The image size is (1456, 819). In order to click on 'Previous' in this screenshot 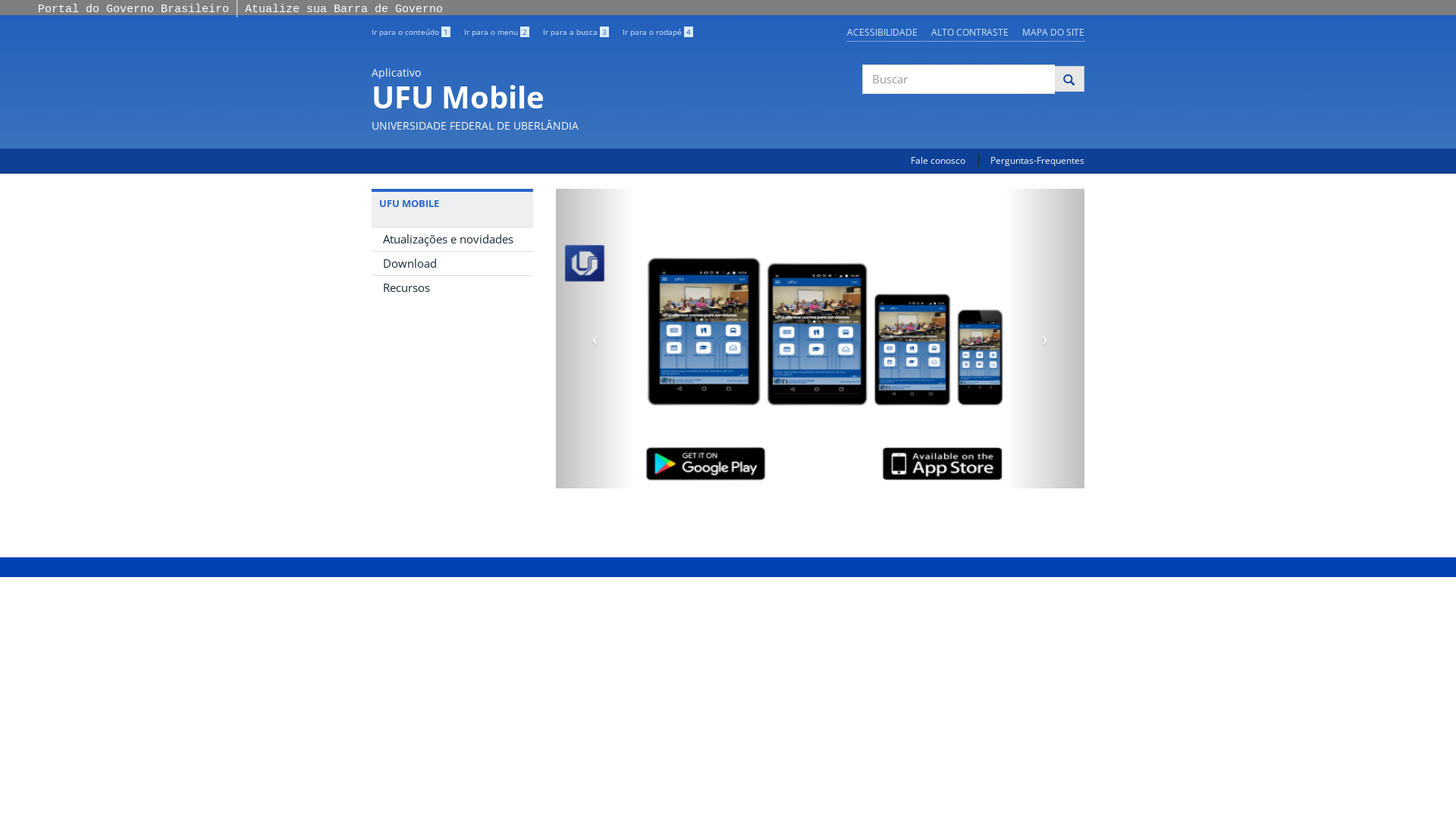, I will do `click(594, 337)`.